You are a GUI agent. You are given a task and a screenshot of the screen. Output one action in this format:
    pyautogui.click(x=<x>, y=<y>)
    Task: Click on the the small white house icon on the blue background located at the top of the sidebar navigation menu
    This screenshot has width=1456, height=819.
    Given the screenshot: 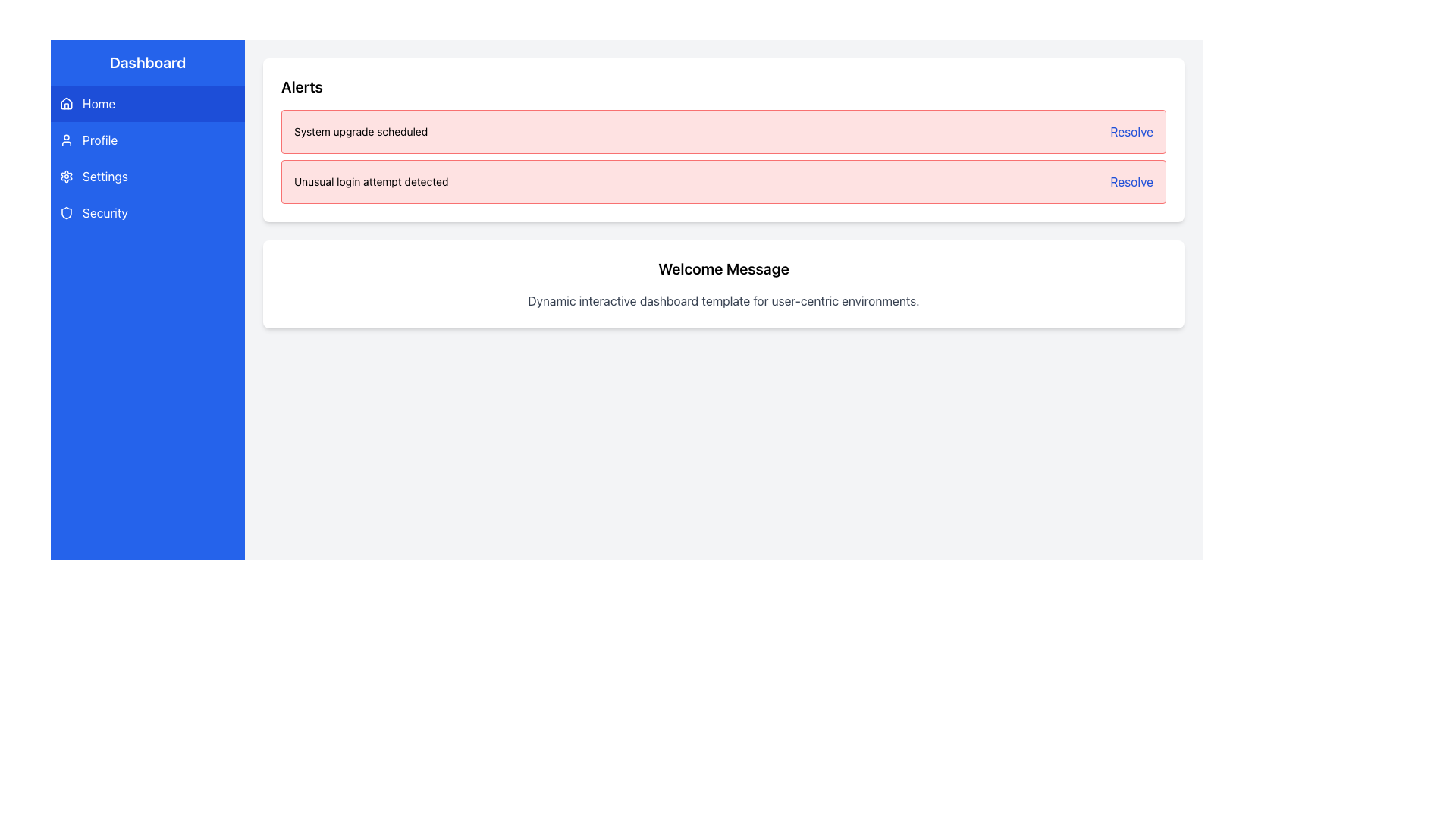 What is the action you would take?
    pyautogui.click(x=65, y=103)
    